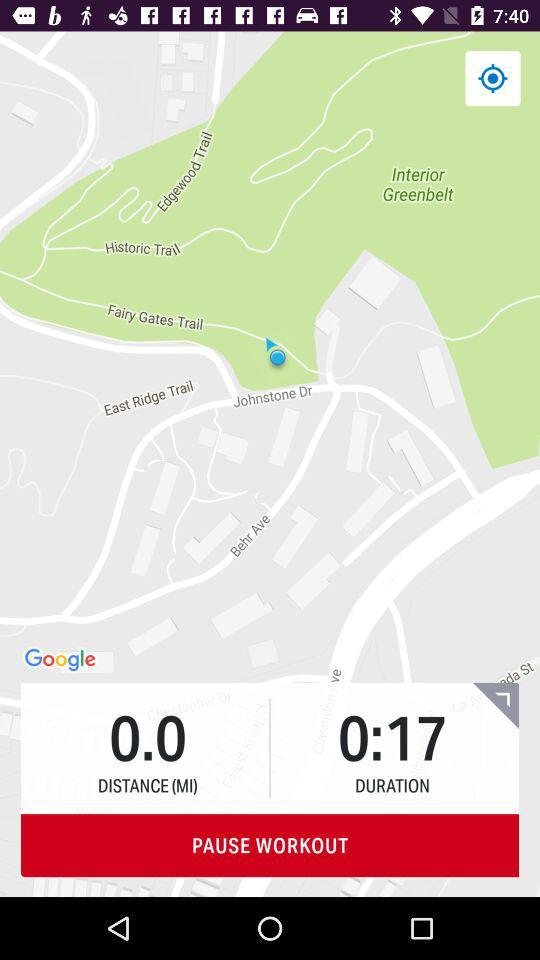 This screenshot has height=960, width=540. I want to click on show current location, so click(491, 78).